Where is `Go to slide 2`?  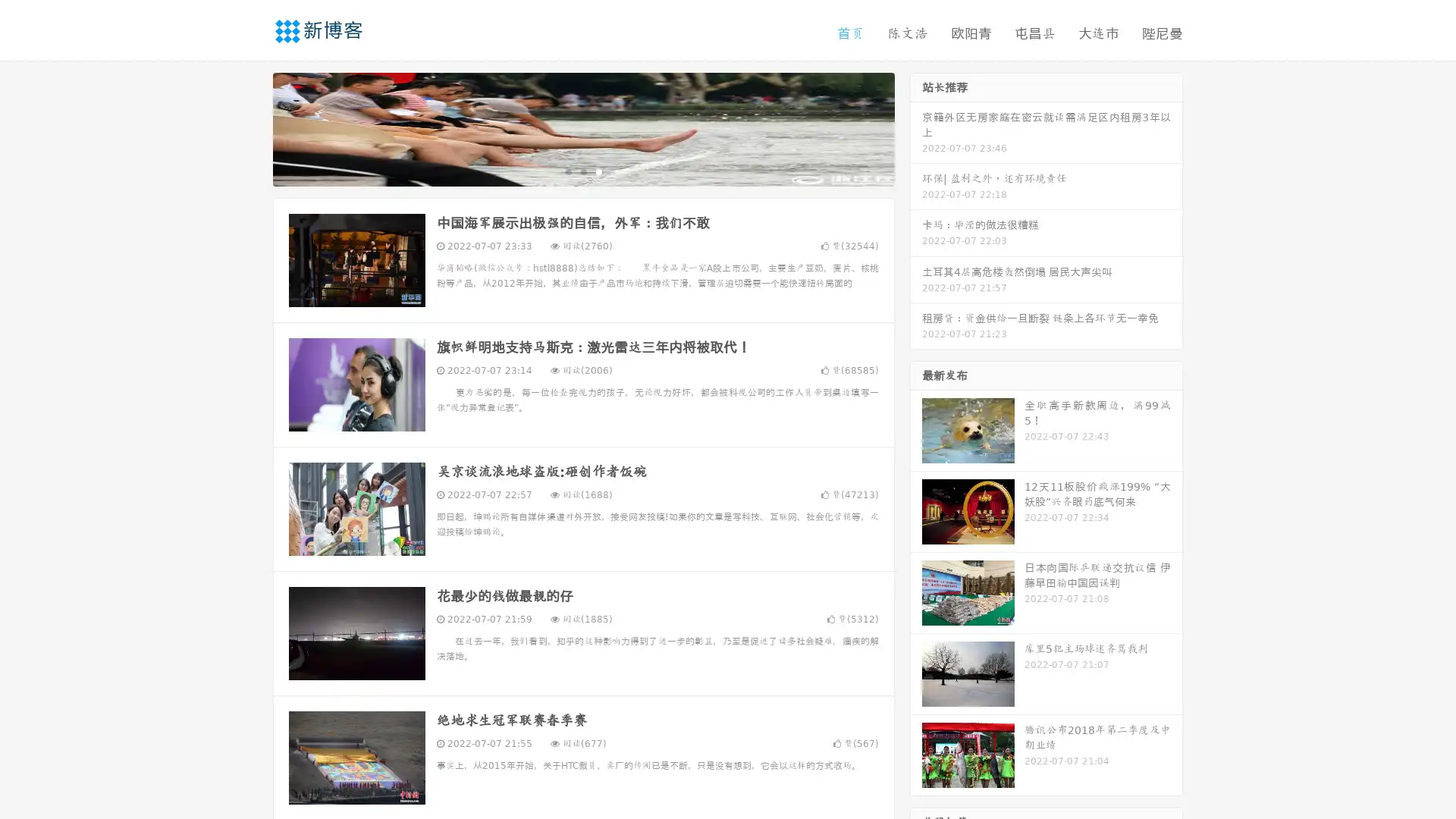 Go to slide 2 is located at coordinates (582, 171).